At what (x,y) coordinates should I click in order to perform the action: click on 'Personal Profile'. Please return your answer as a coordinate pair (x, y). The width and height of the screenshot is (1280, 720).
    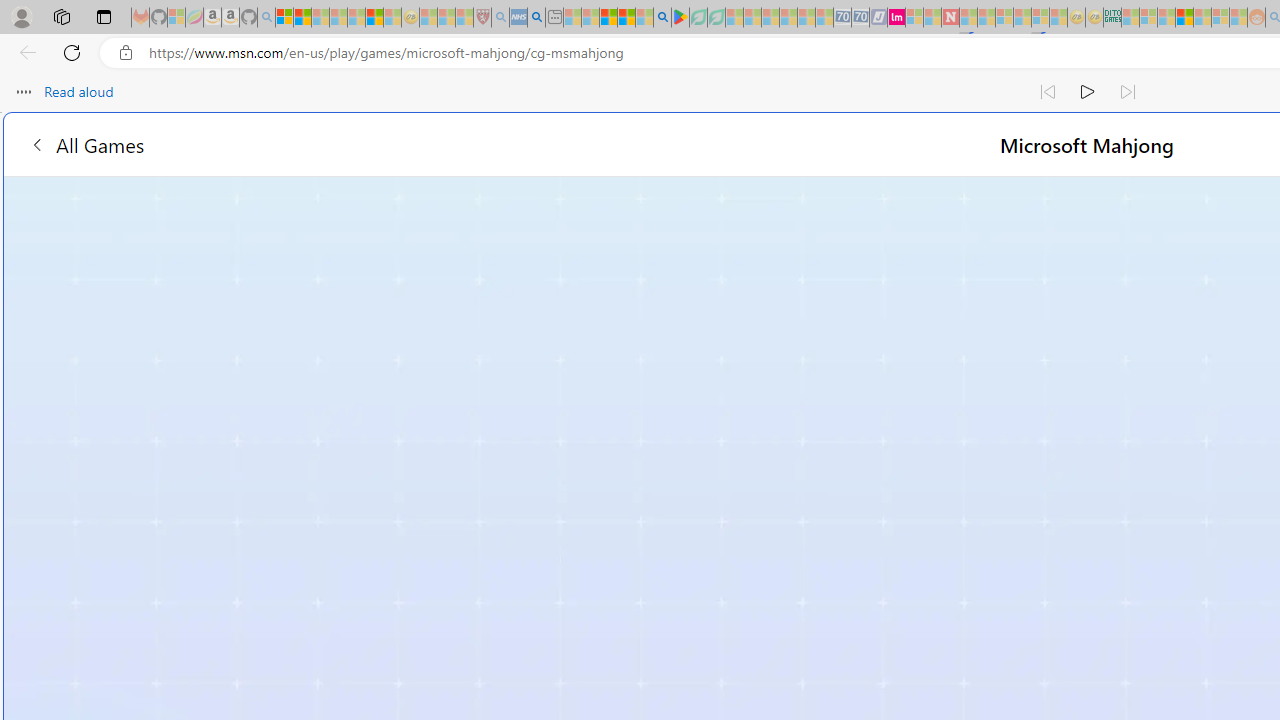
    Looking at the image, I should click on (21, 16).